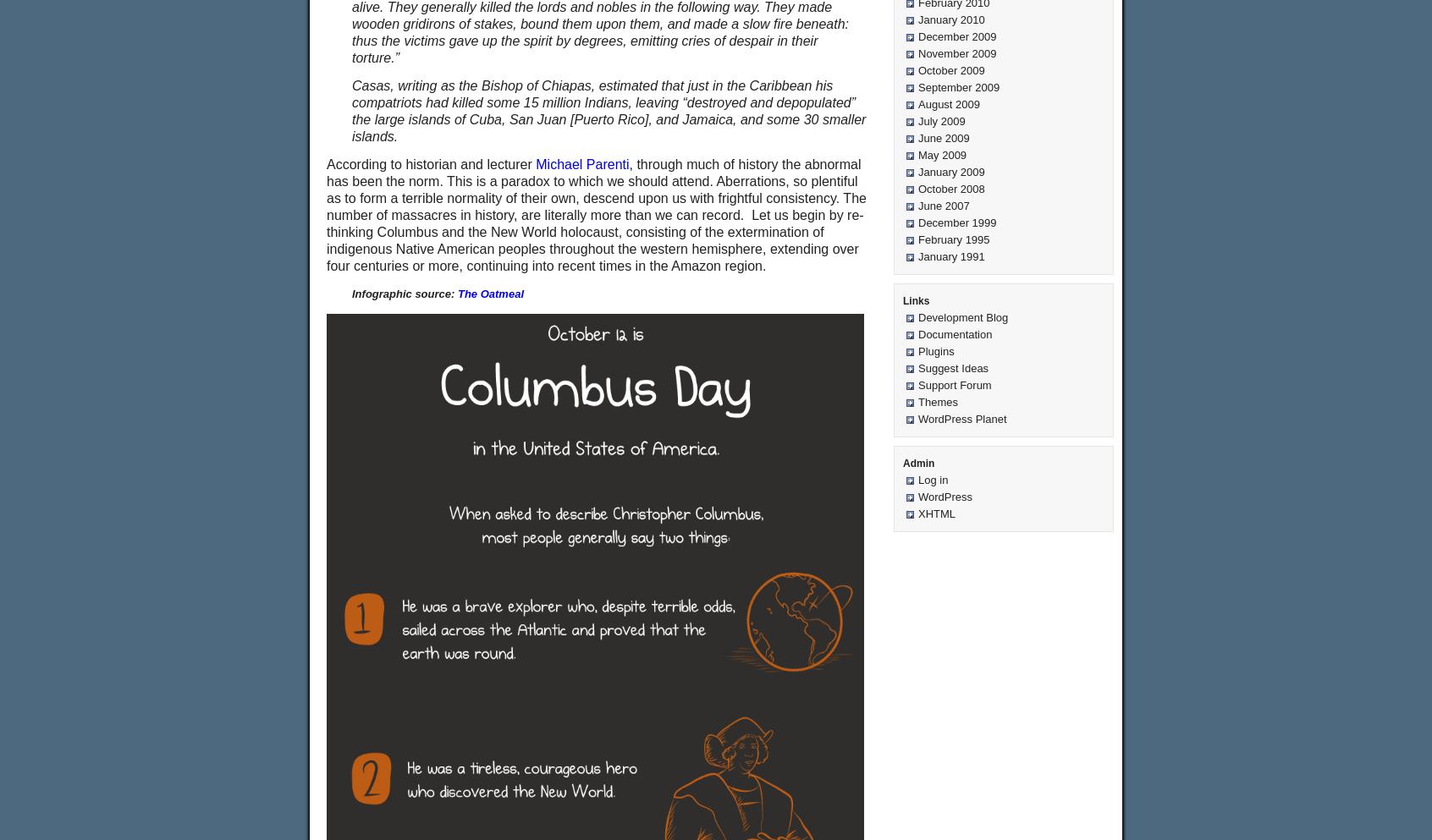  I want to click on 'Log in', so click(933, 479).